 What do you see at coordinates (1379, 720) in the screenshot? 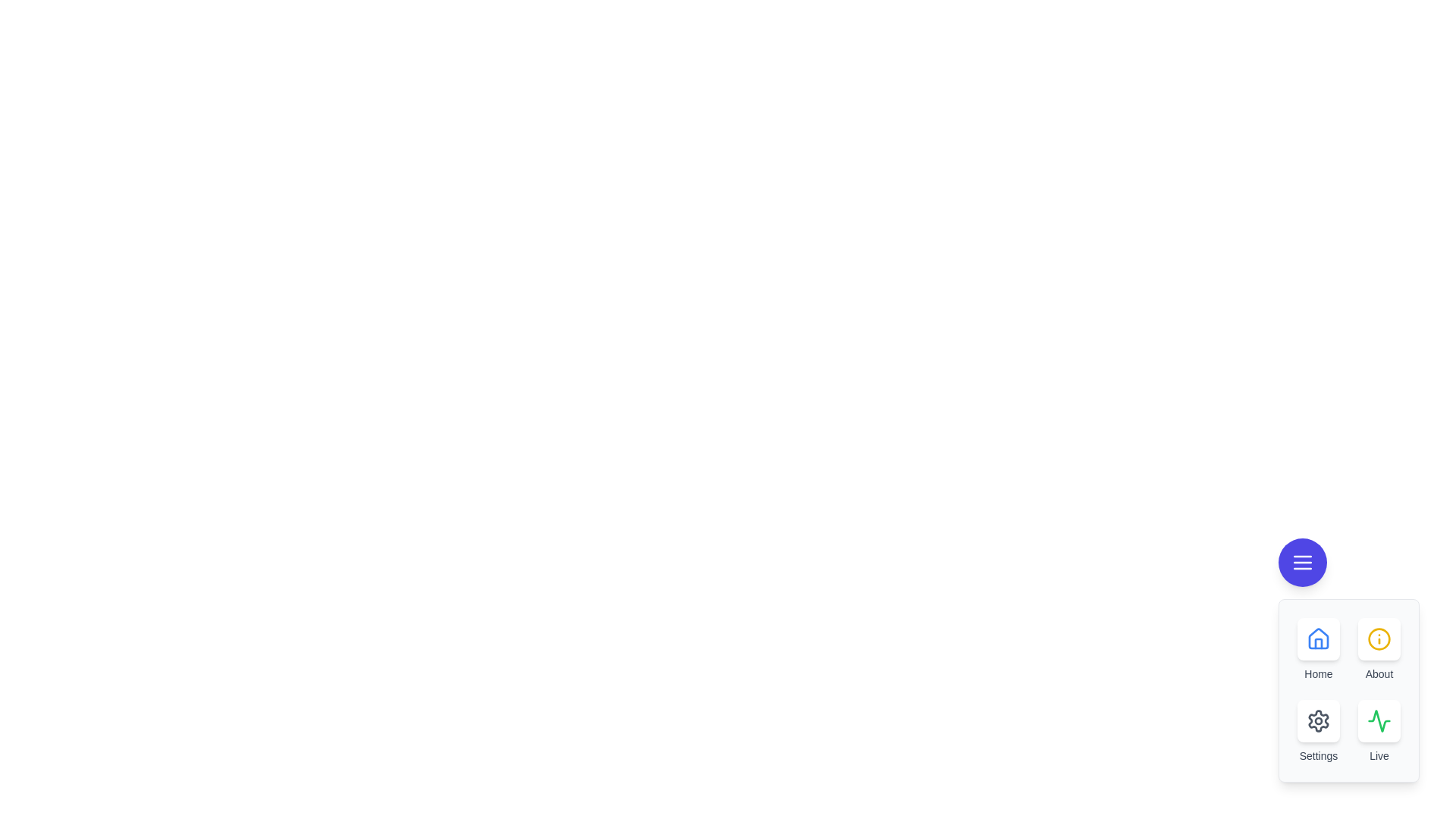
I see `the button labeled Live to observe its hover effect` at bounding box center [1379, 720].